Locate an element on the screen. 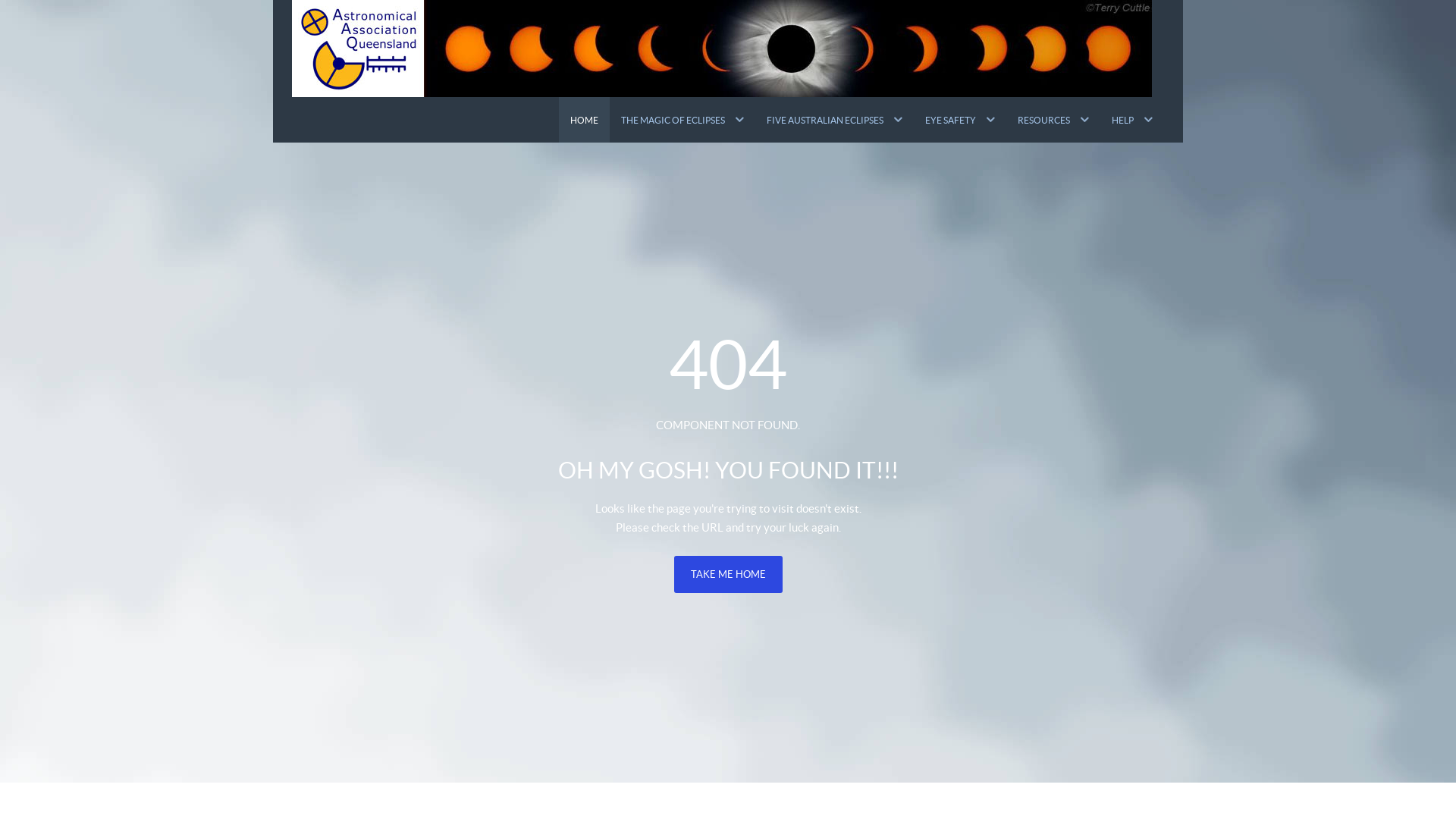 This screenshot has height=819, width=1456. 'HOME' is located at coordinates (583, 119).